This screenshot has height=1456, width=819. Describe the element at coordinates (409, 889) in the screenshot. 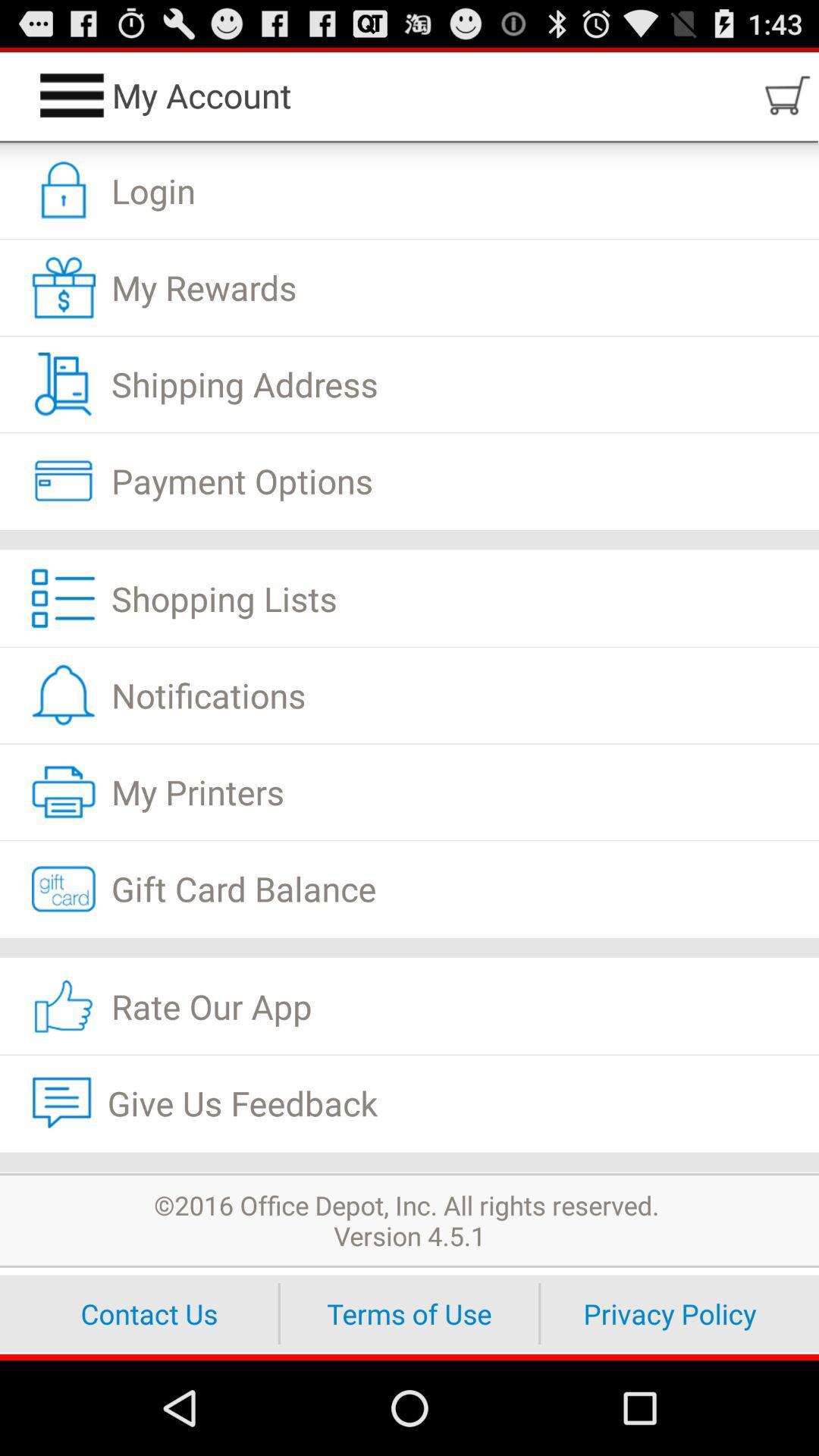

I see `app below the my printers app` at that location.